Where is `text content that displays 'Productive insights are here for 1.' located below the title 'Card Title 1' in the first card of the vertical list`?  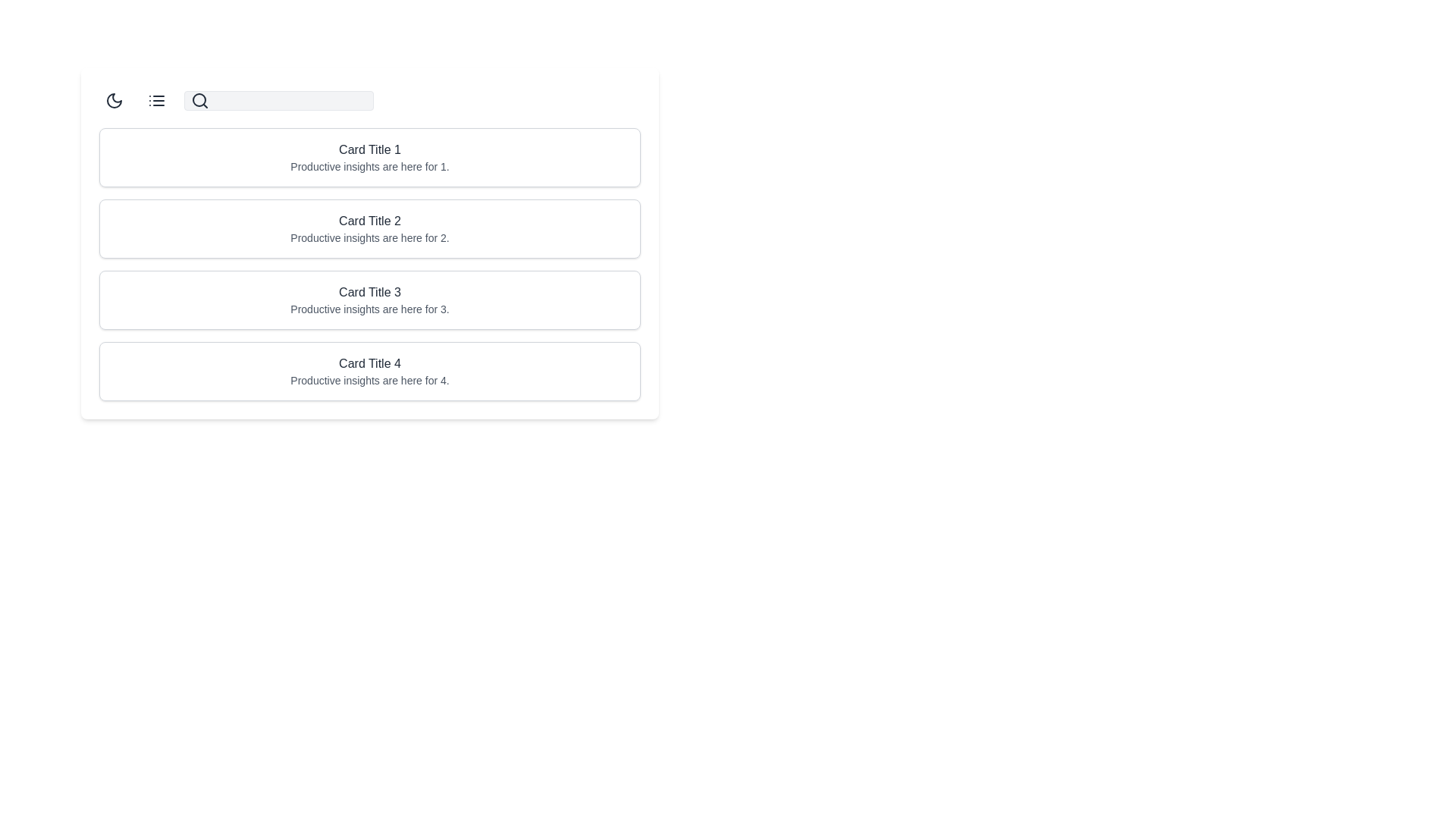
text content that displays 'Productive insights are here for 1.' located below the title 'Card Title 1' in the first card of the vertical list is located at coordinates (370, 166).